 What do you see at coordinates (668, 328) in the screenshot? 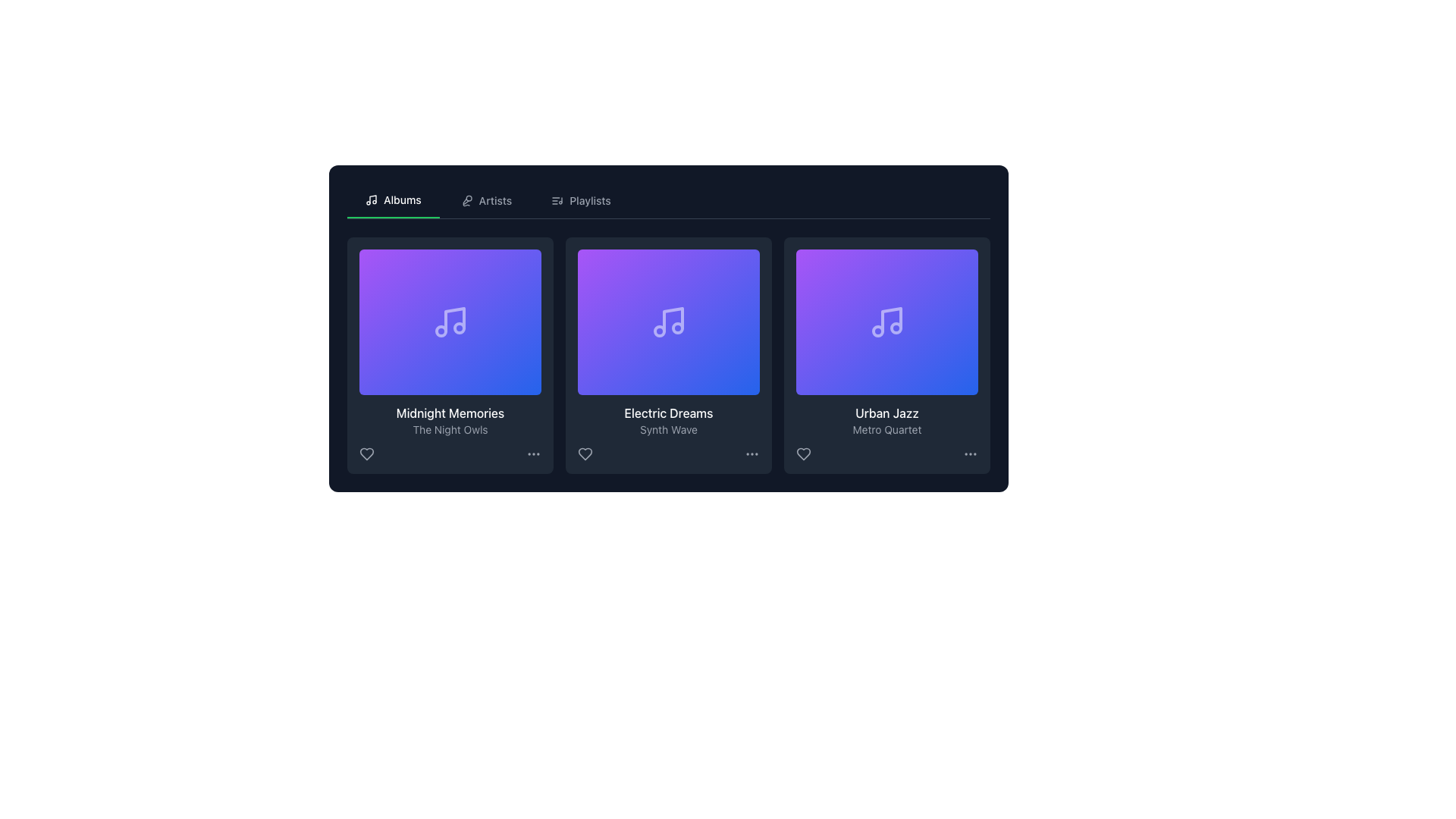
I see `the Navigation Panel, which has a dark grey background and contains sections labeled 'Albums,' 'Artists,' and 'Playlists,'` at bounding box center [668, 328].